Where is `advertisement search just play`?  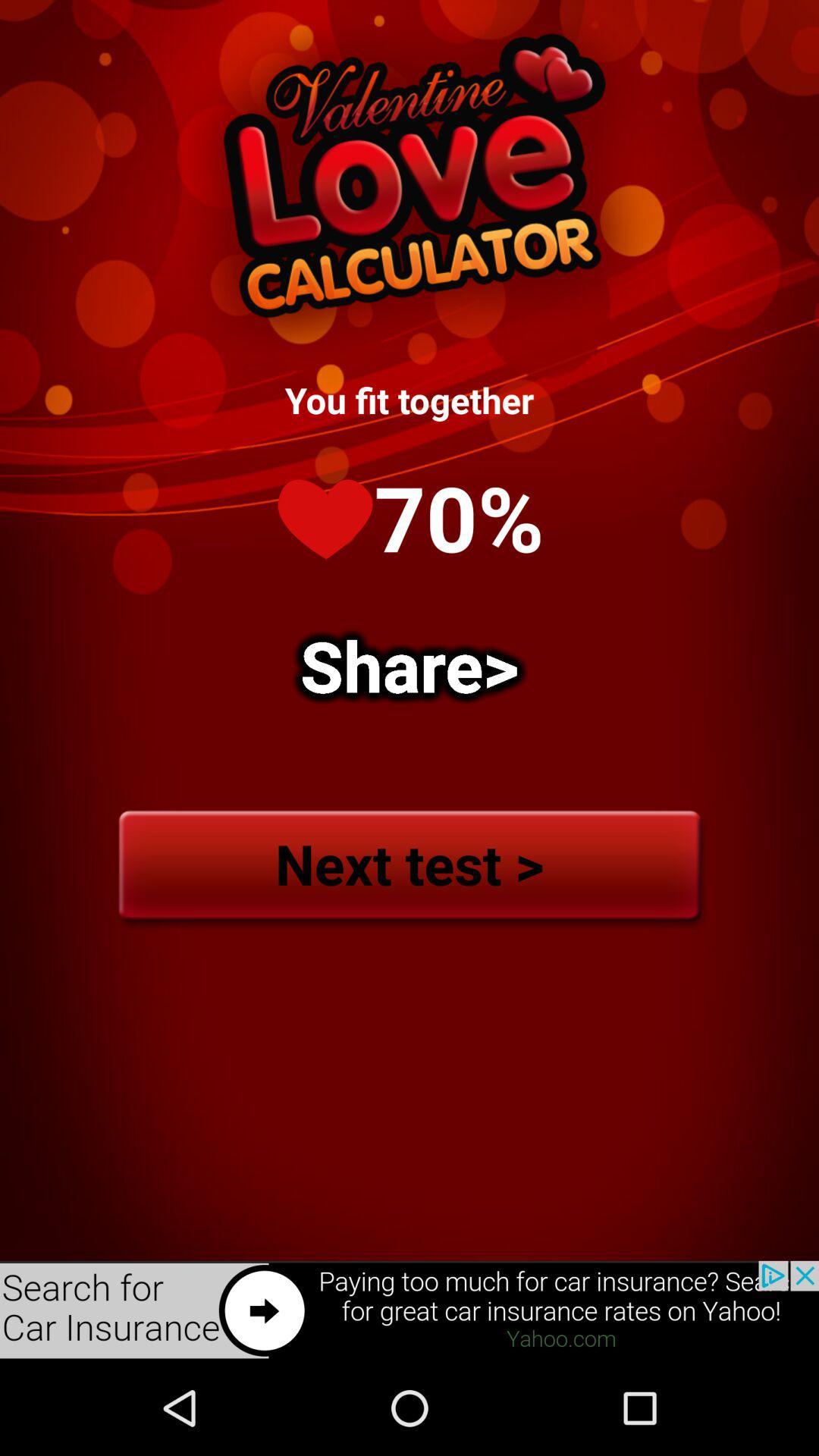
advertisement search just play is located at coordinates (409, 1310).